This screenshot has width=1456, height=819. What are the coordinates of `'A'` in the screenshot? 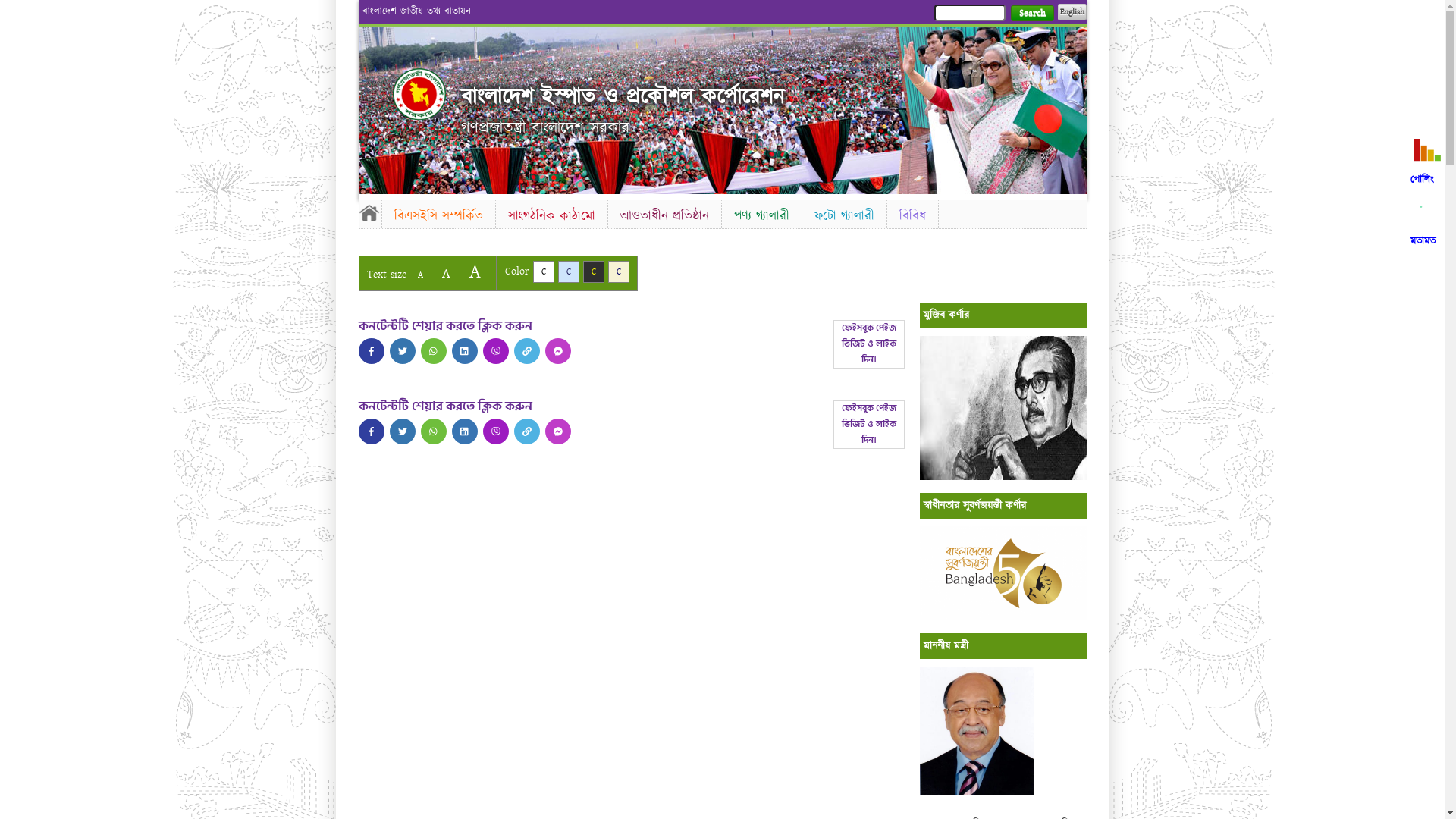 It's located at (419, 275).